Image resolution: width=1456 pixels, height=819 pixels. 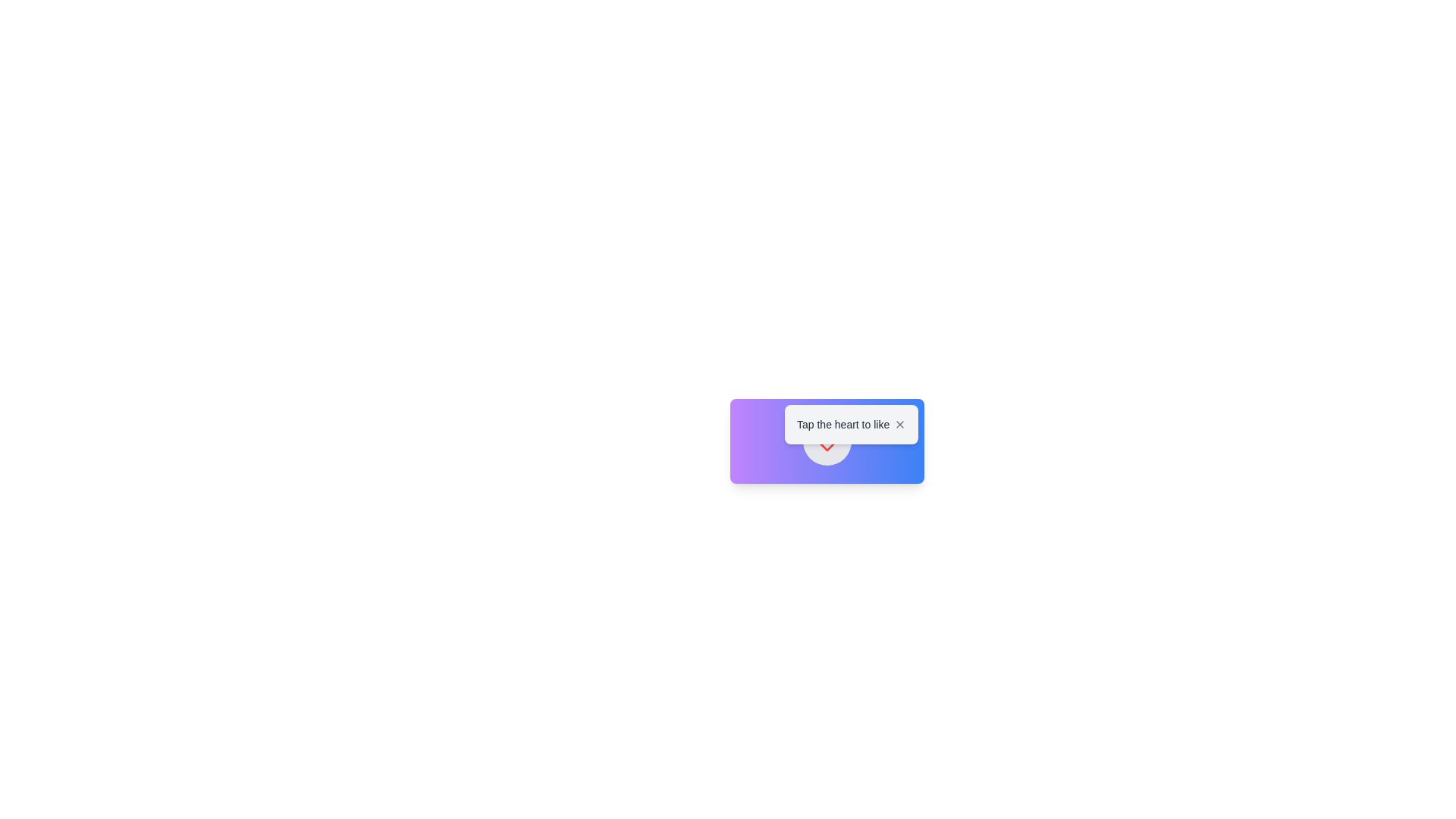 I want to click on the static text label that provides instructions for the interactive heart icon, so click(x=843, y=424).